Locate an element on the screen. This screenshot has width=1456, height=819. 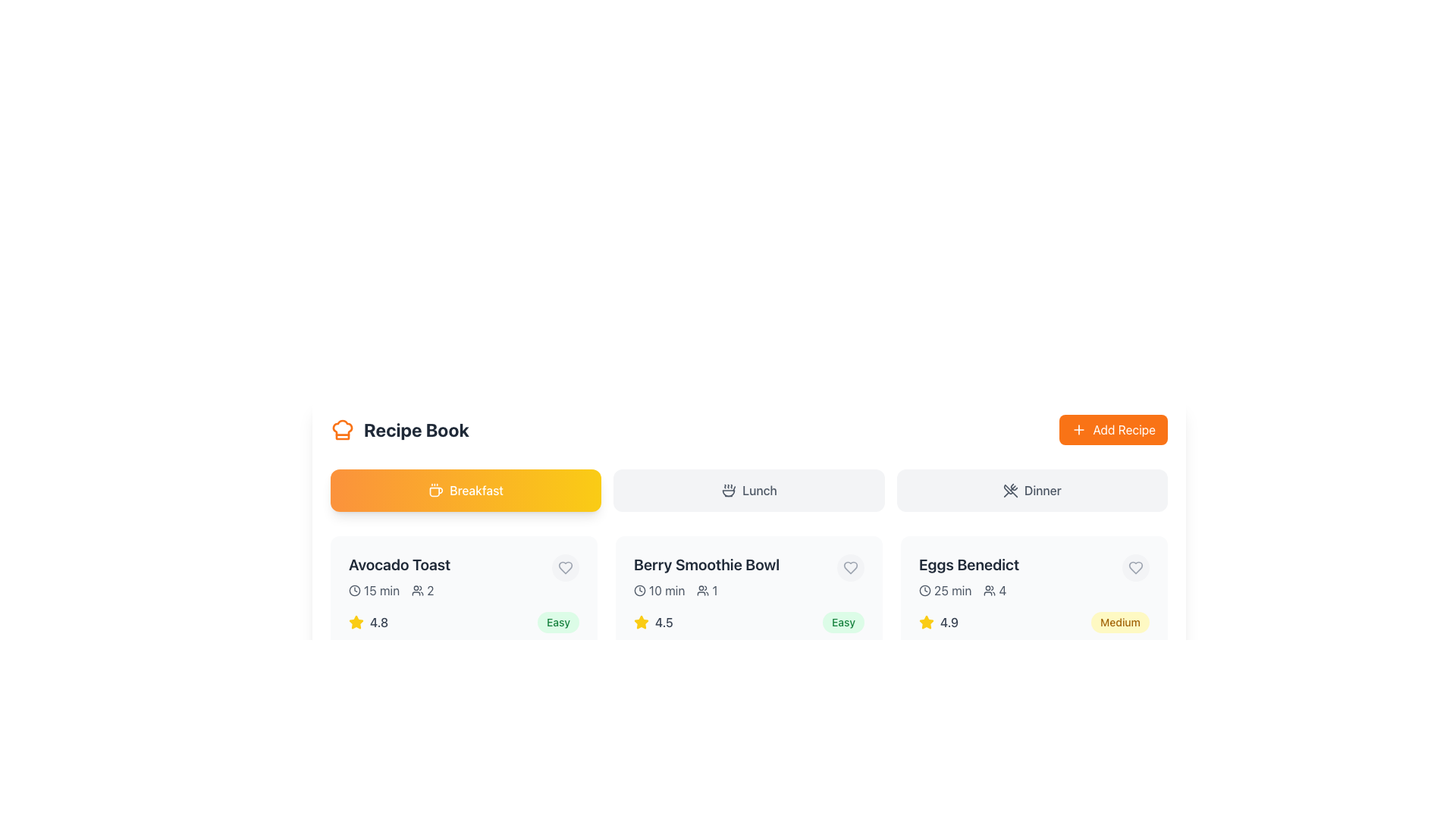
the static text label indicating the number of servings for the 'Avocado Toast' menu item, which is located to the right of the user icon and below the 'Breakfast' category is located at coordinates (422, 590).